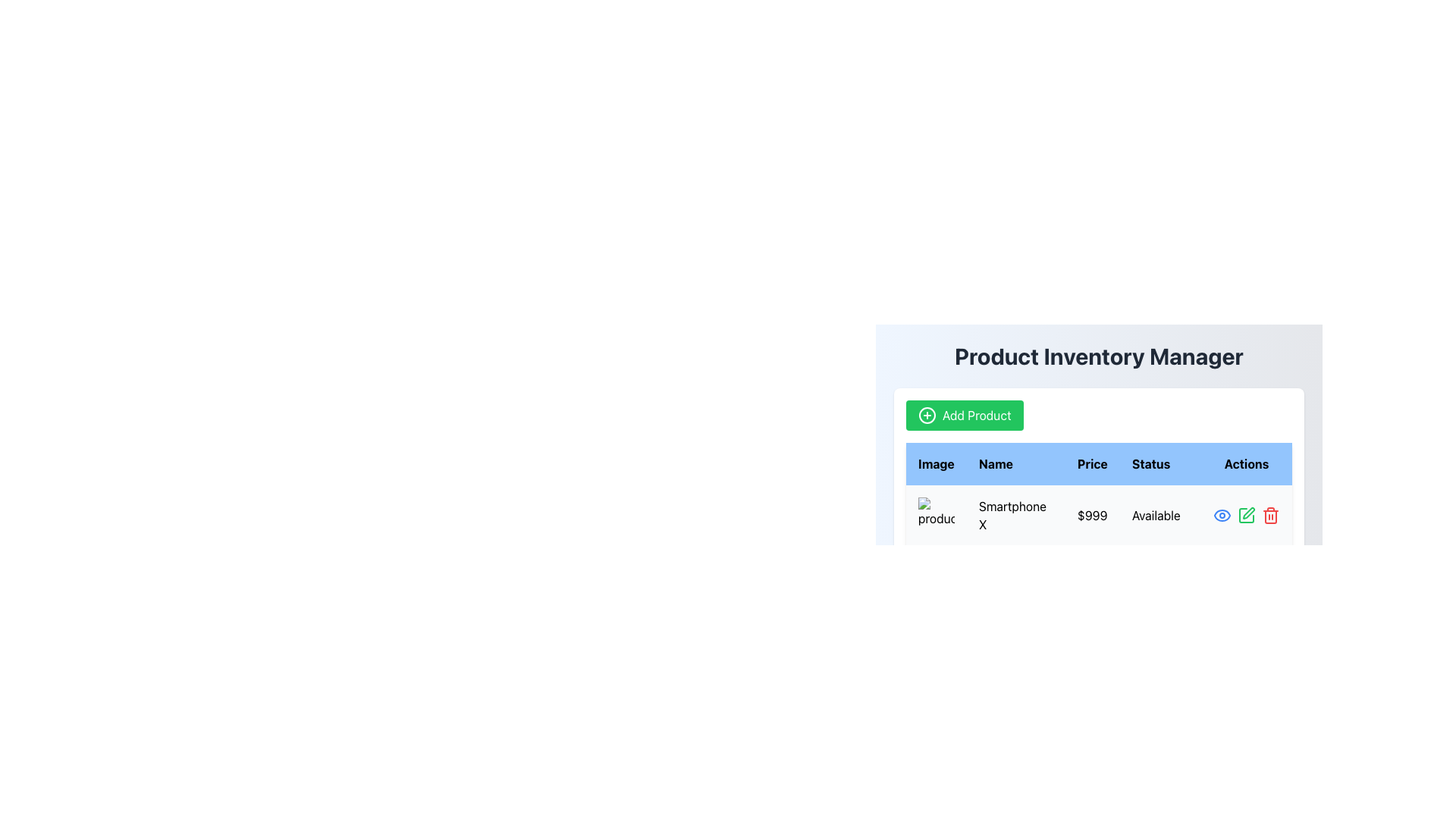 The height and width of the screenshot is (819, 1456). I want to click on the 'Actions' label, which is bold and centered in a blue rectangular area, located at the rightmost column of the table header, so click(1246, 463).